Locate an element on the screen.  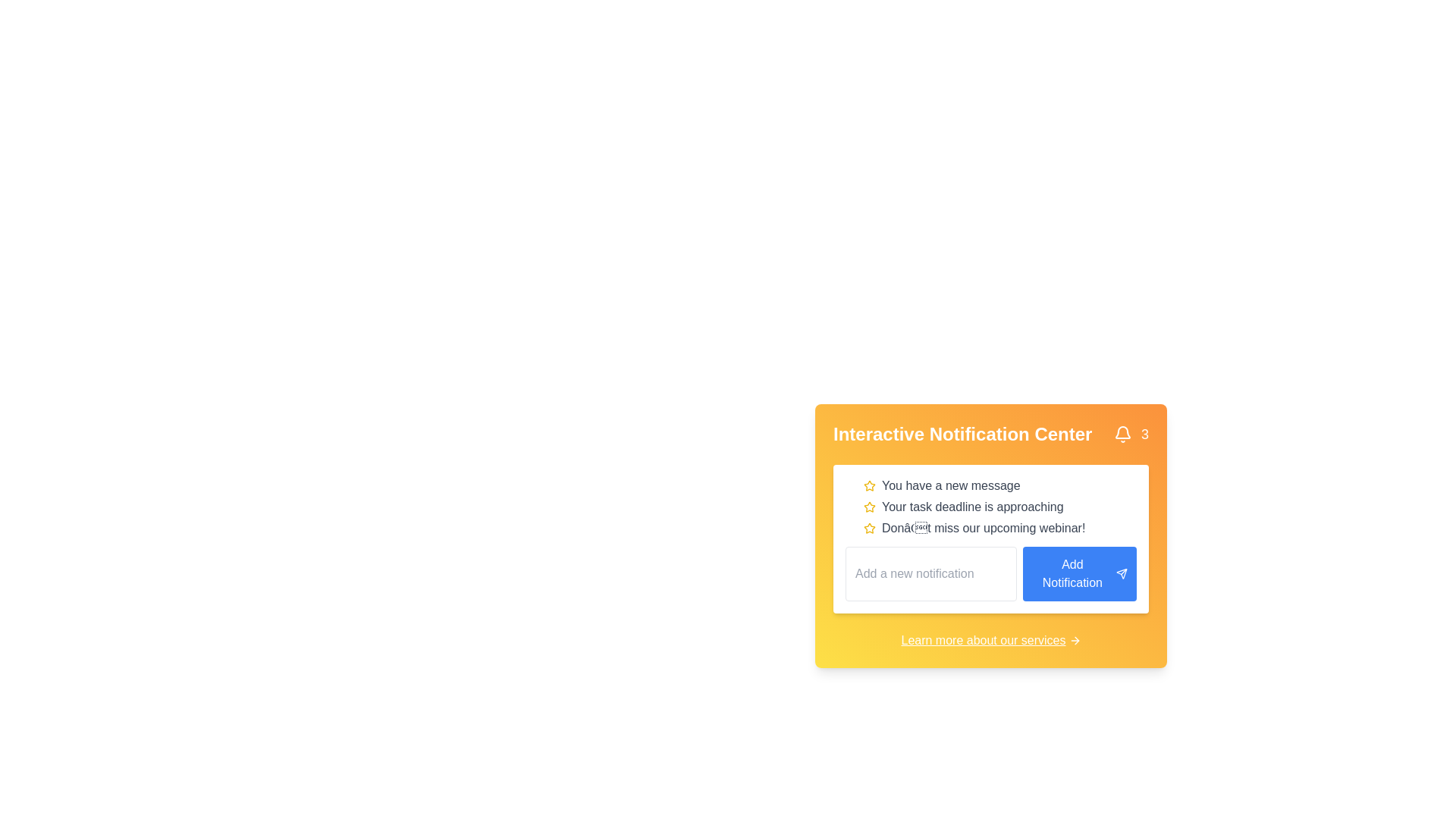
the paper plane icon with a blue background located at the top-right corner of the 'Add Notification' button is located at coordinates (1122, 573).